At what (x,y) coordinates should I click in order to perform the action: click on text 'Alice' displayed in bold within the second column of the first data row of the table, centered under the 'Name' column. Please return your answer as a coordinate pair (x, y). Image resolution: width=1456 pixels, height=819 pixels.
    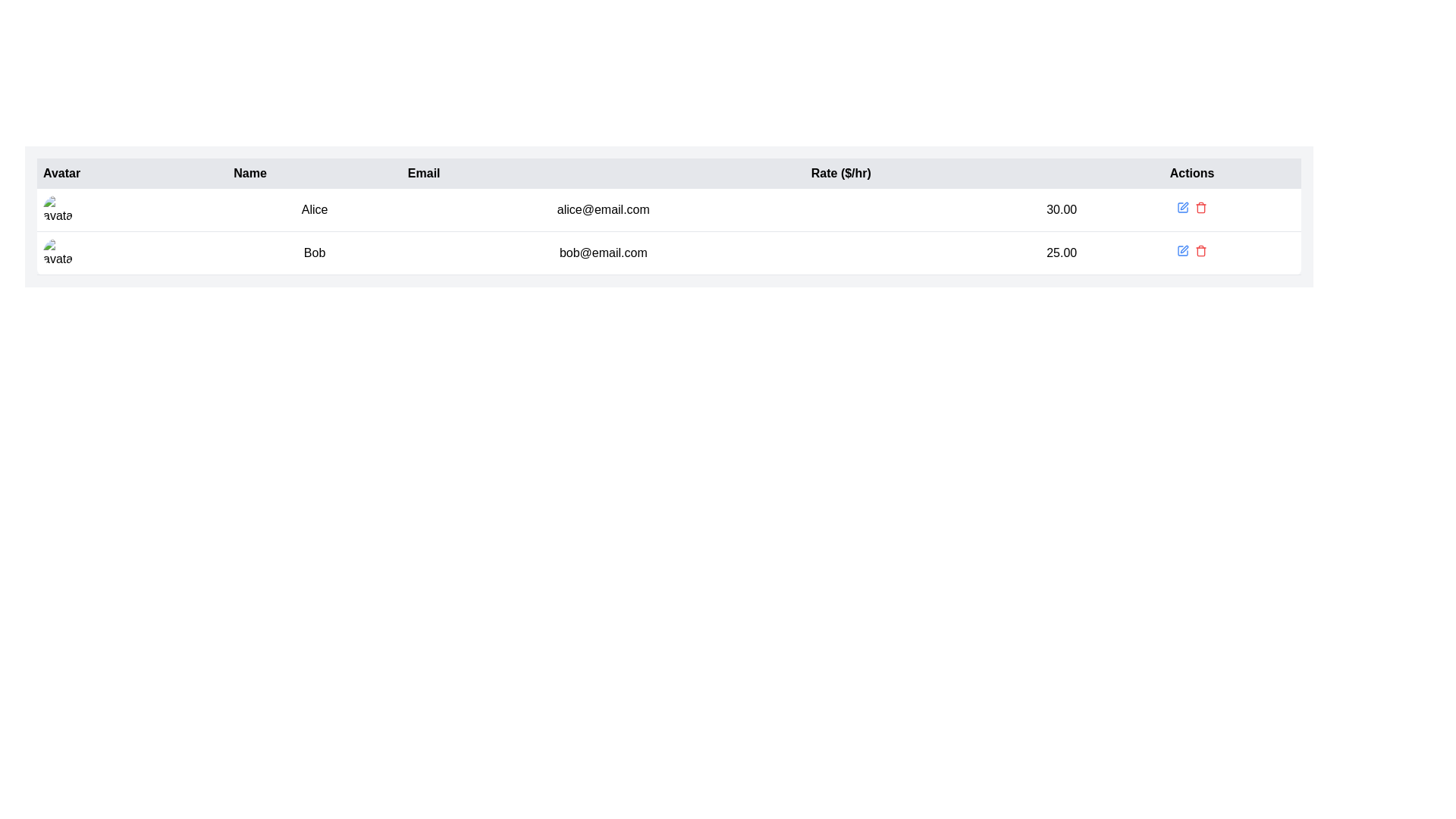
    Looking at the image, I should click on (314, 210).